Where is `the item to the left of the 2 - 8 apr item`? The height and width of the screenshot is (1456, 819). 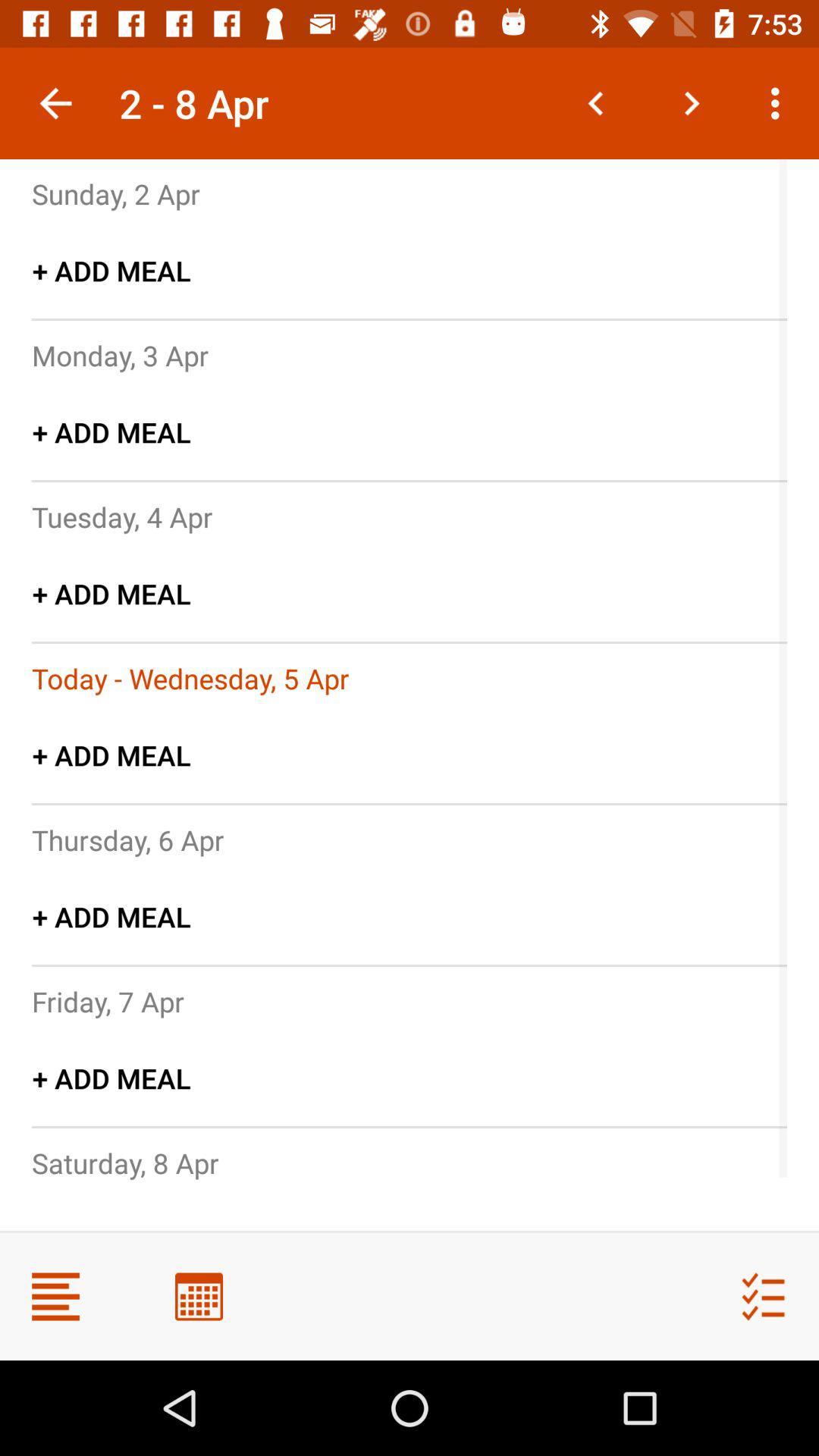 the item to the left of the 2 - 8 apr item is located at coordinates (55, 102).